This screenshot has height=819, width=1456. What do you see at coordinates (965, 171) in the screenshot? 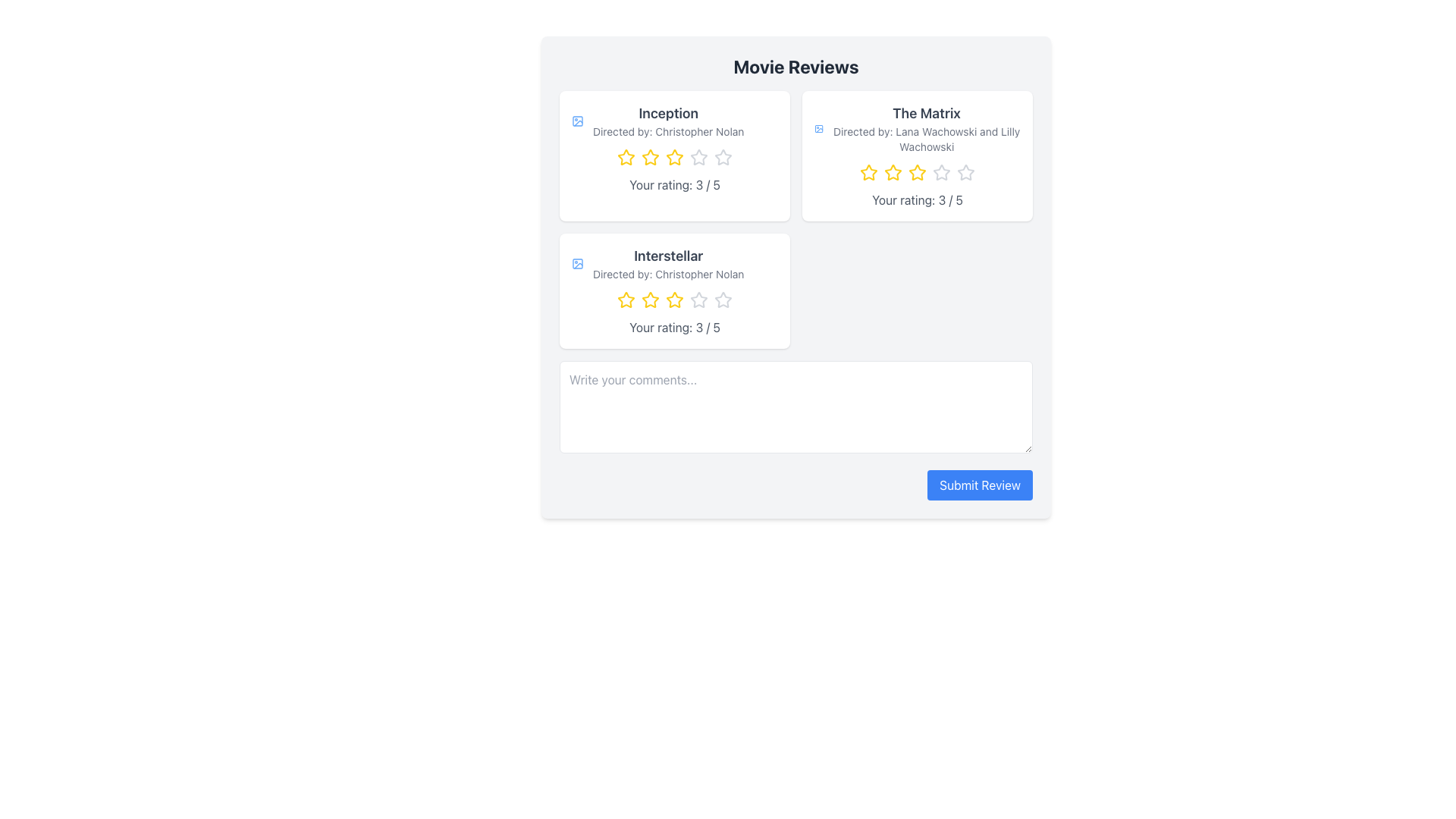
I see `the fifth star icon in the movie rating system for 'The Matrix'` at bounding box center [965, 171].